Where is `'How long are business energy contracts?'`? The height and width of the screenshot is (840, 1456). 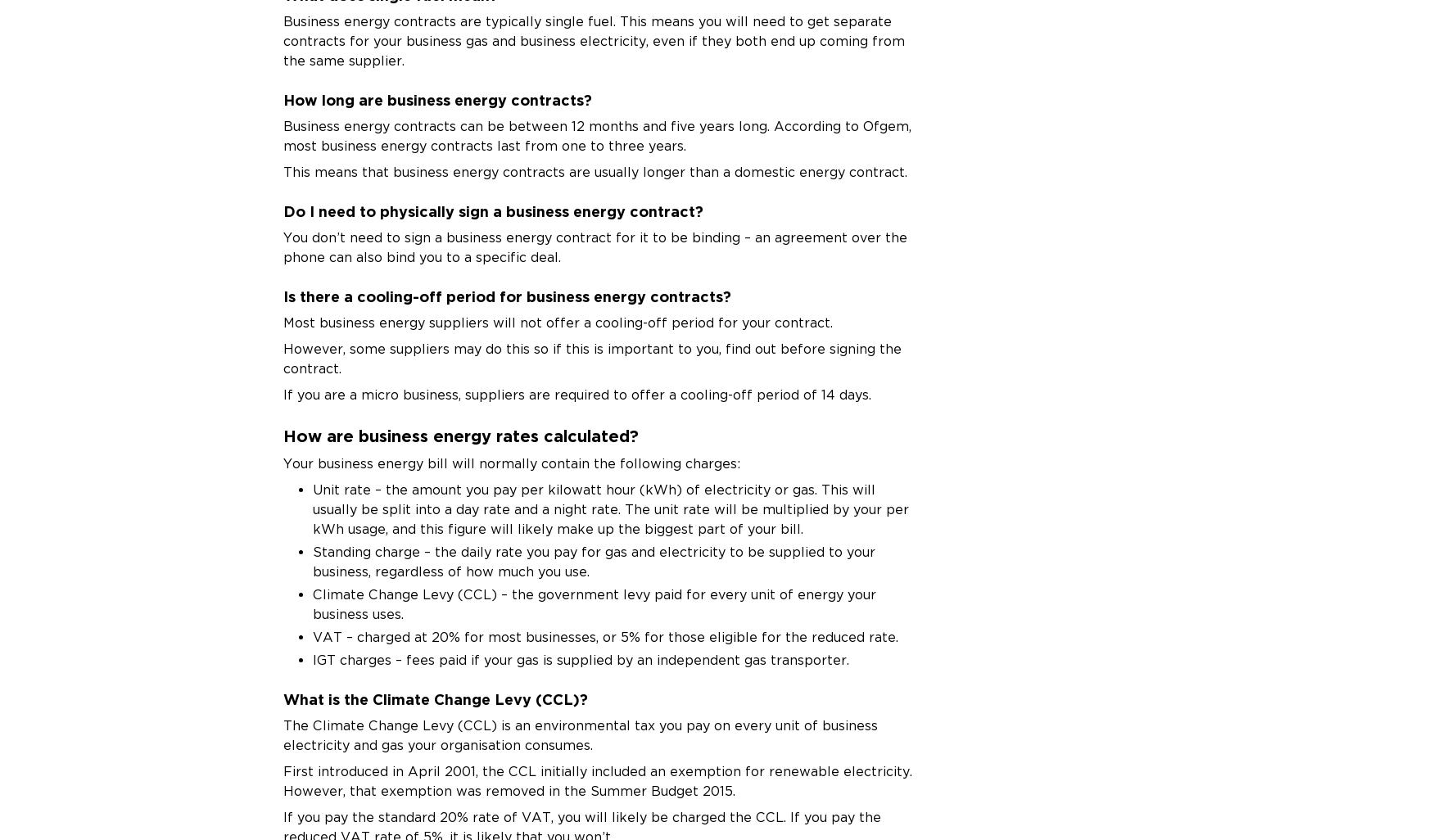
'How long are business energy contracts?' is located at coordinates (282, 99).